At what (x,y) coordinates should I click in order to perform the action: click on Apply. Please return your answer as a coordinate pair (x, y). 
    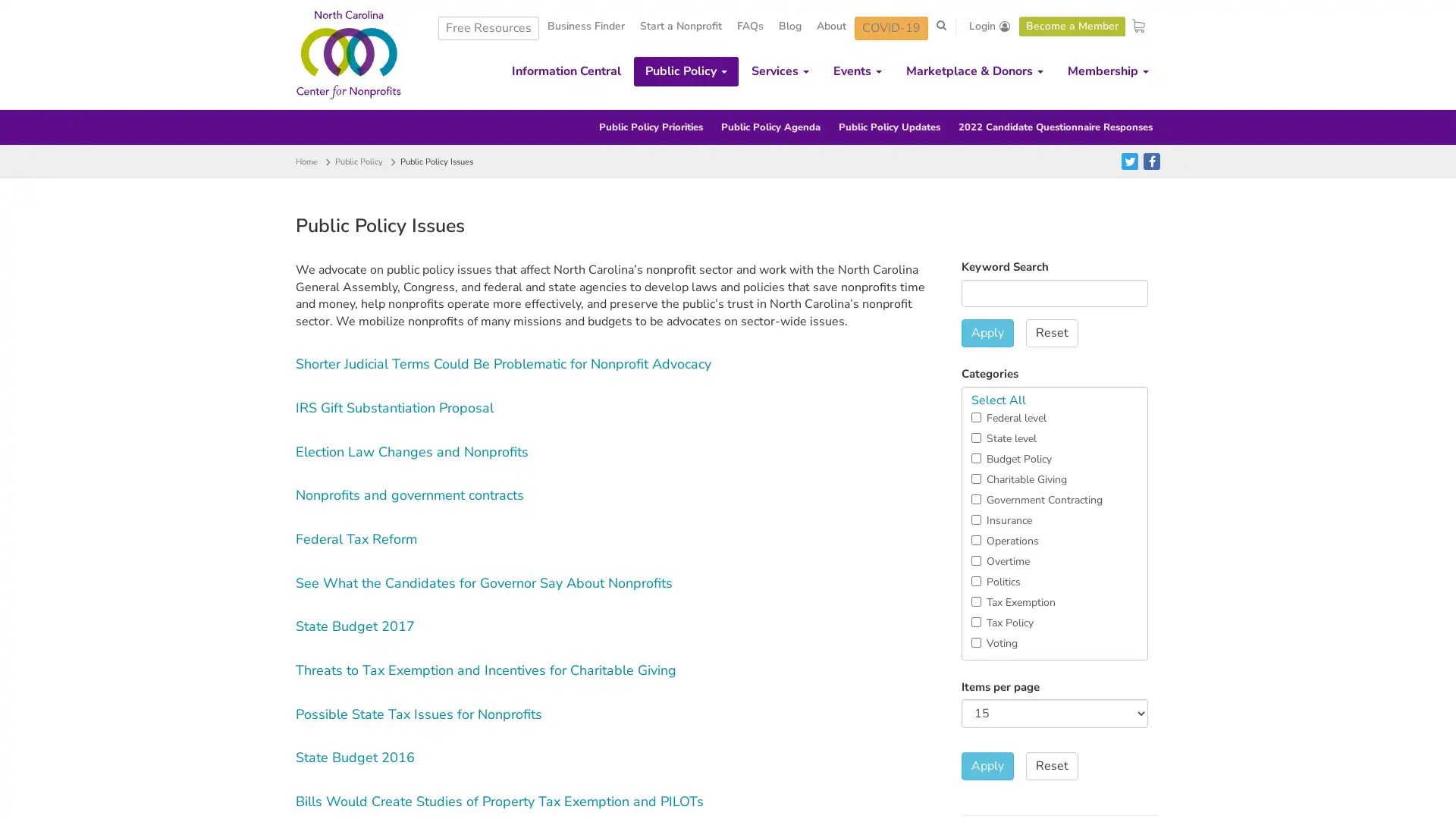
    Looking at the image, I should click on (987, 332).